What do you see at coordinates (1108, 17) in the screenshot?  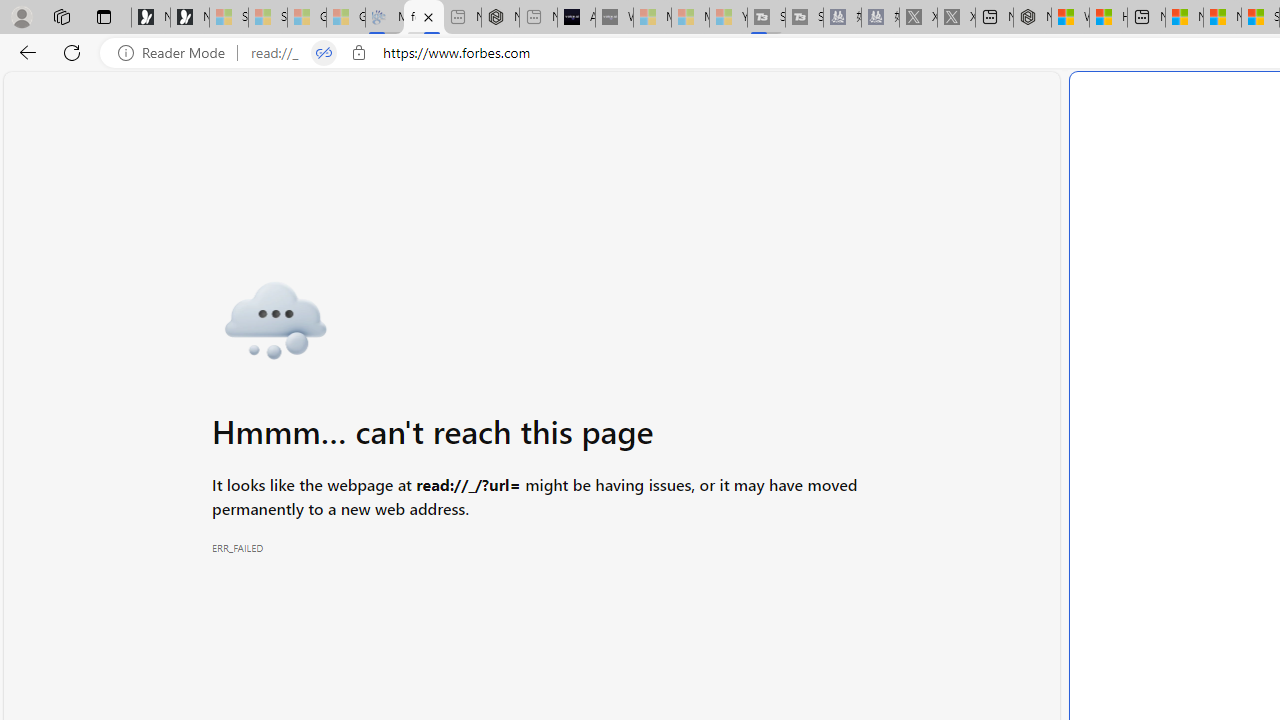 I see `'Huge shark washes ashore at New York City beach | Watch'` at bounding box center [1108, 17].